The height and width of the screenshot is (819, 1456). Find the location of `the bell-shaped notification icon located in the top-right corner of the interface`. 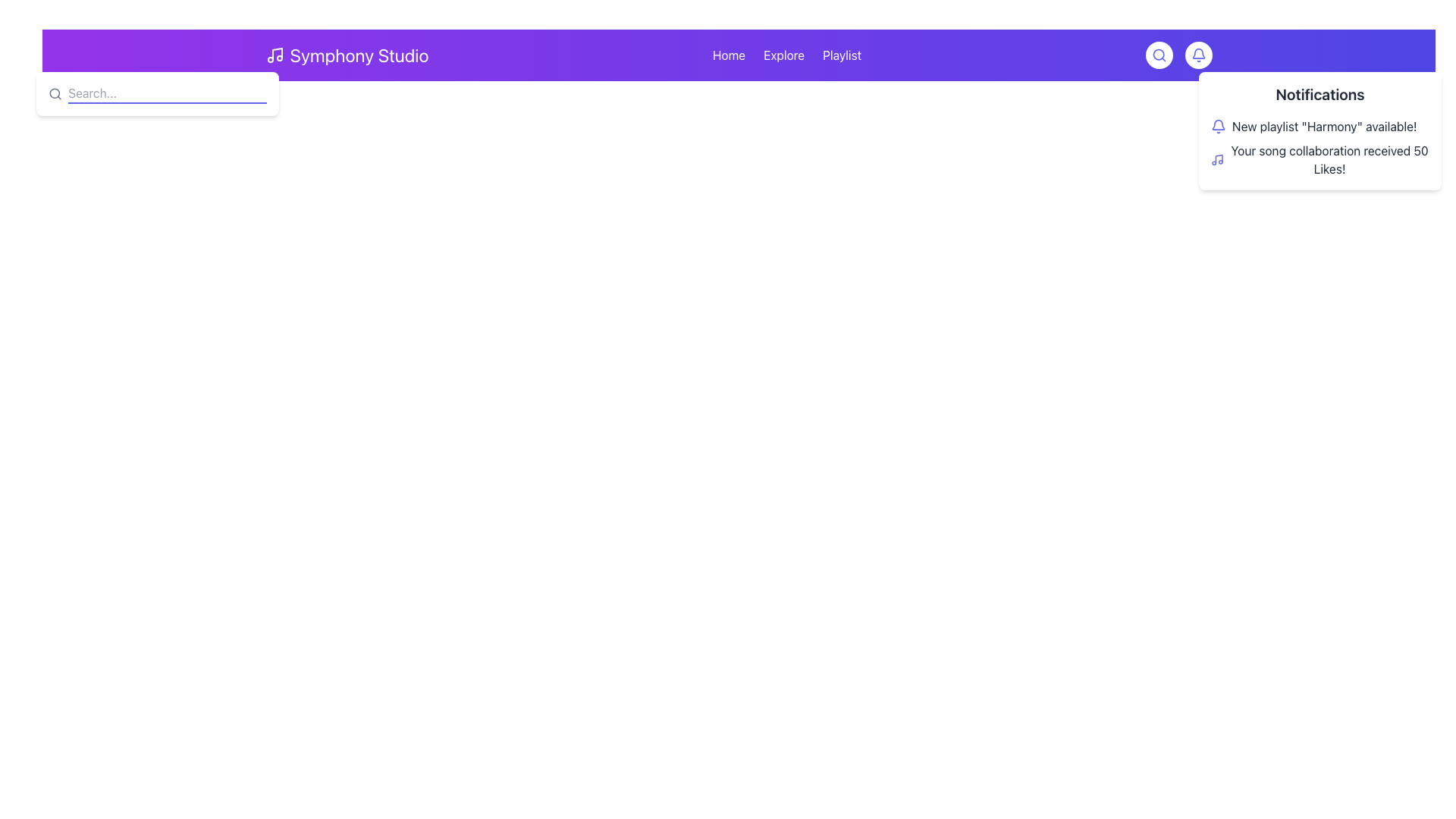

the bell-shaped notification icon located in the top-right corner of the interface is located at coordinates (1197, 55).